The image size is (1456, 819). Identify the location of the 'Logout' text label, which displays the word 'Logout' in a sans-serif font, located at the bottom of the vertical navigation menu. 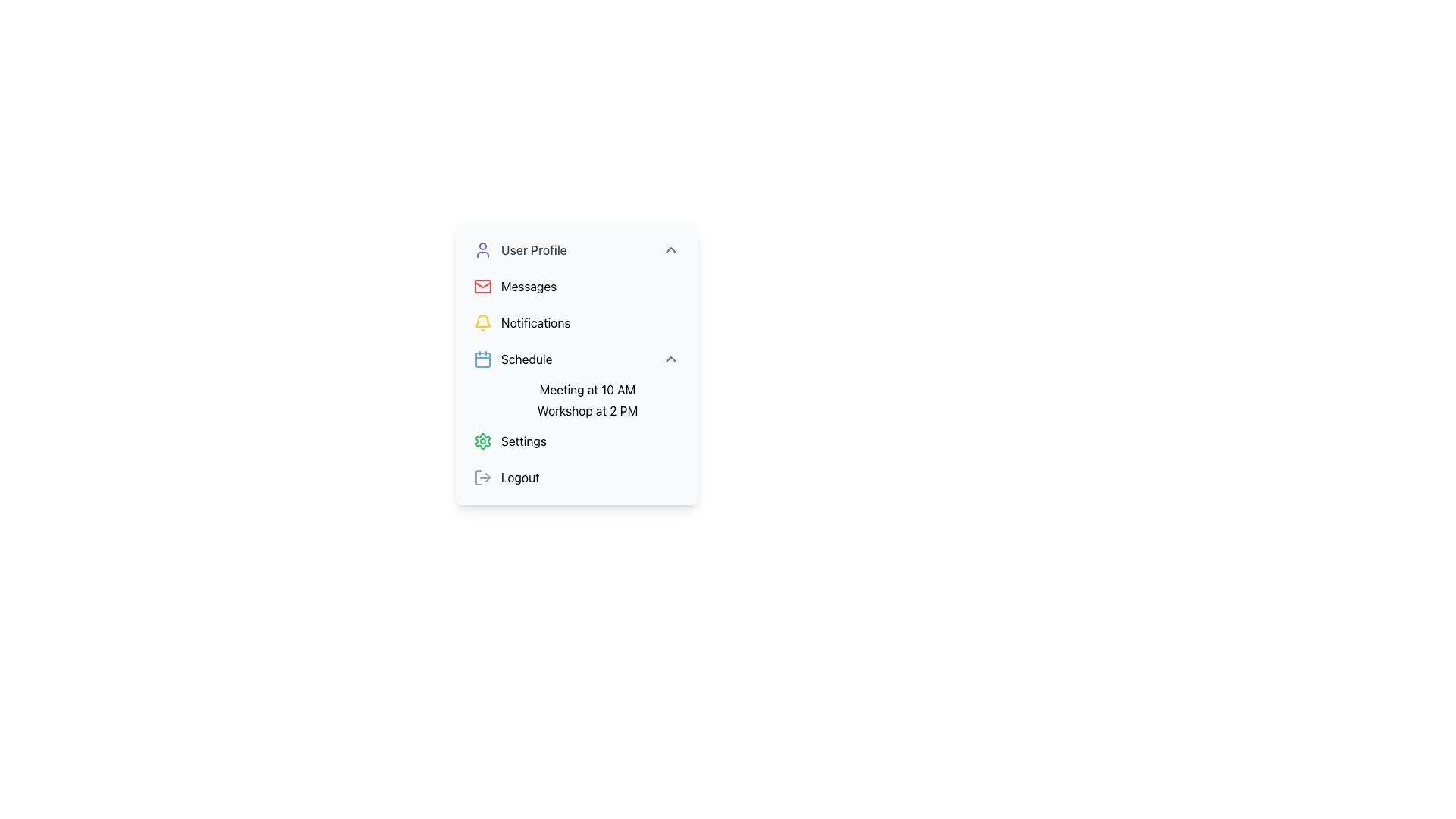
(520, 476).